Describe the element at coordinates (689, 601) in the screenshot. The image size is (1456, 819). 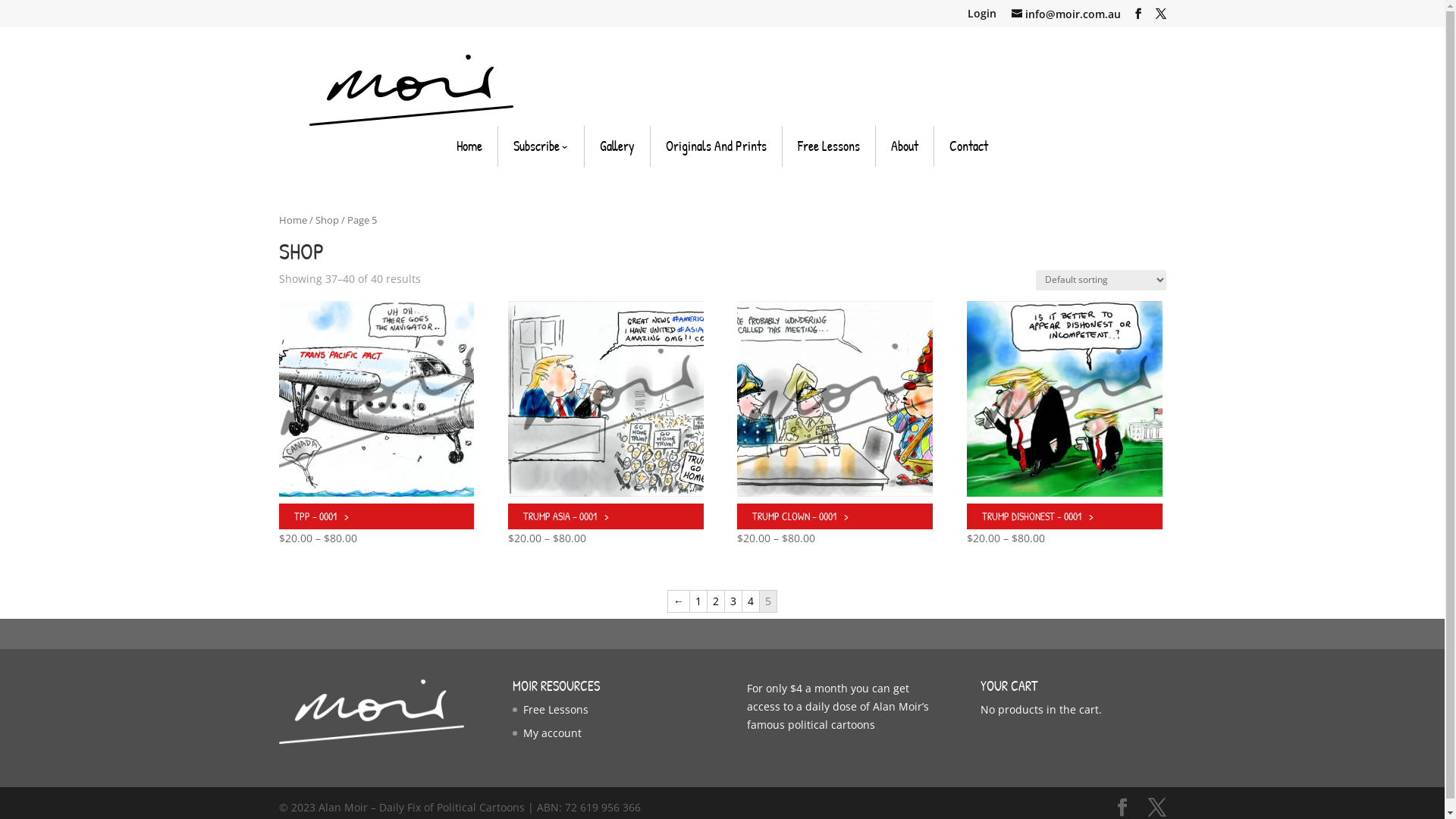
I see `'1'` at that location.